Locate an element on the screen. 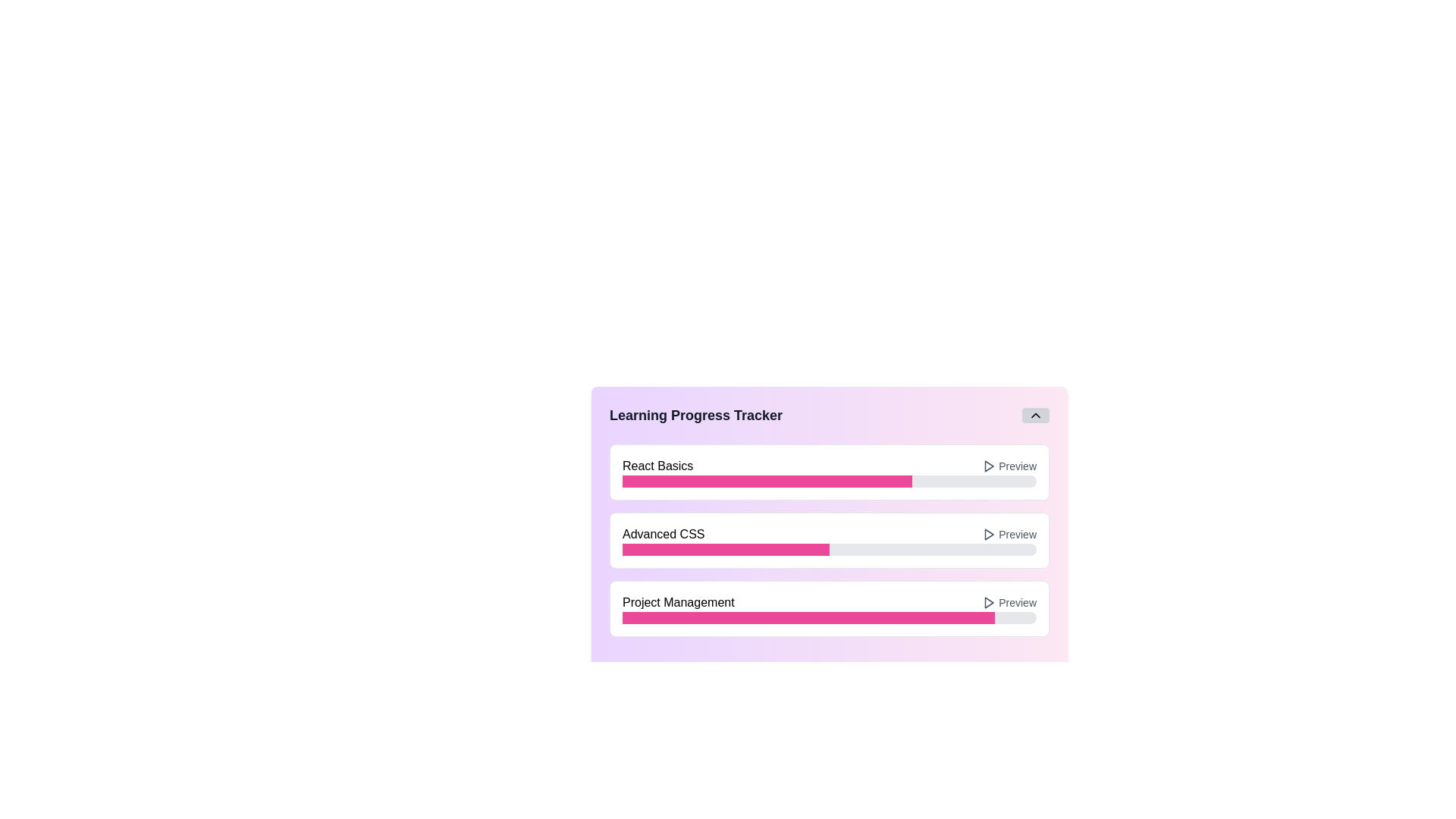 Image resolution: width=1456 pixels, height=819 pixels. the triangular play button icon located to the right of the 'Advanced CSS' progress bar is located at coordinates (990, 534).